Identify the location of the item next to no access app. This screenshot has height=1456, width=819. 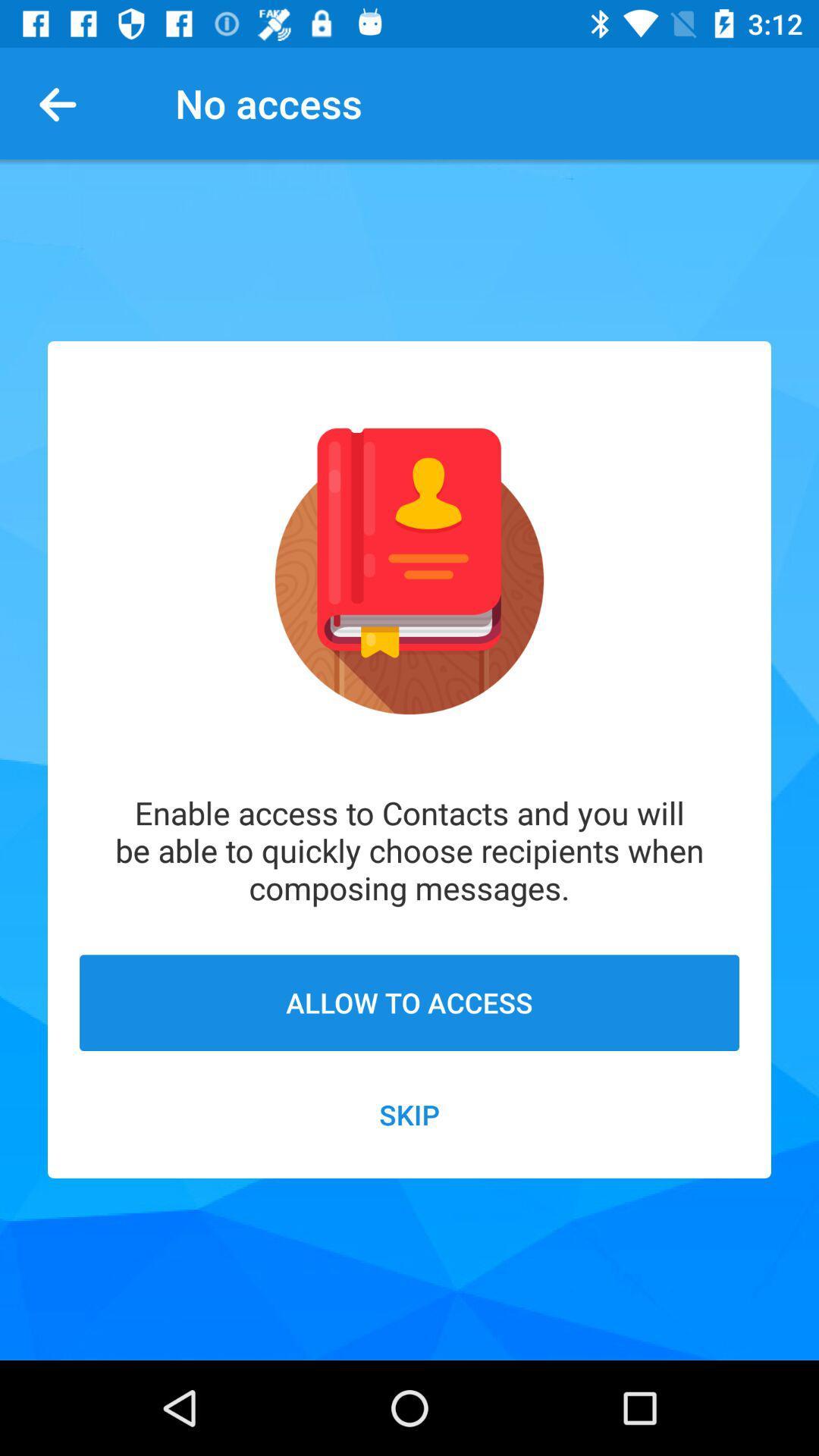
(63, 102).